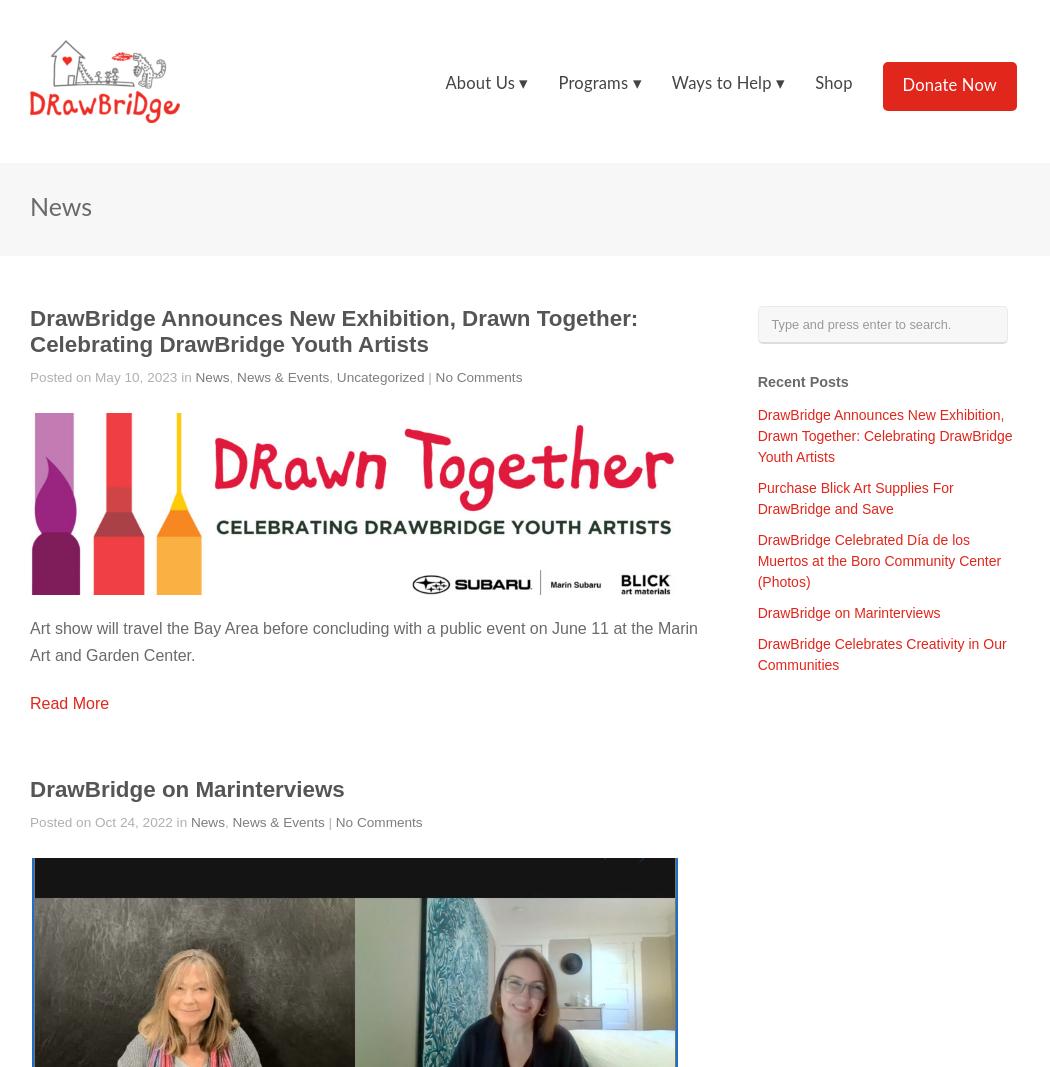  Describe the element at coordinates (801, 380) in the screenshot. I see `'Recent Posts'` at that location.